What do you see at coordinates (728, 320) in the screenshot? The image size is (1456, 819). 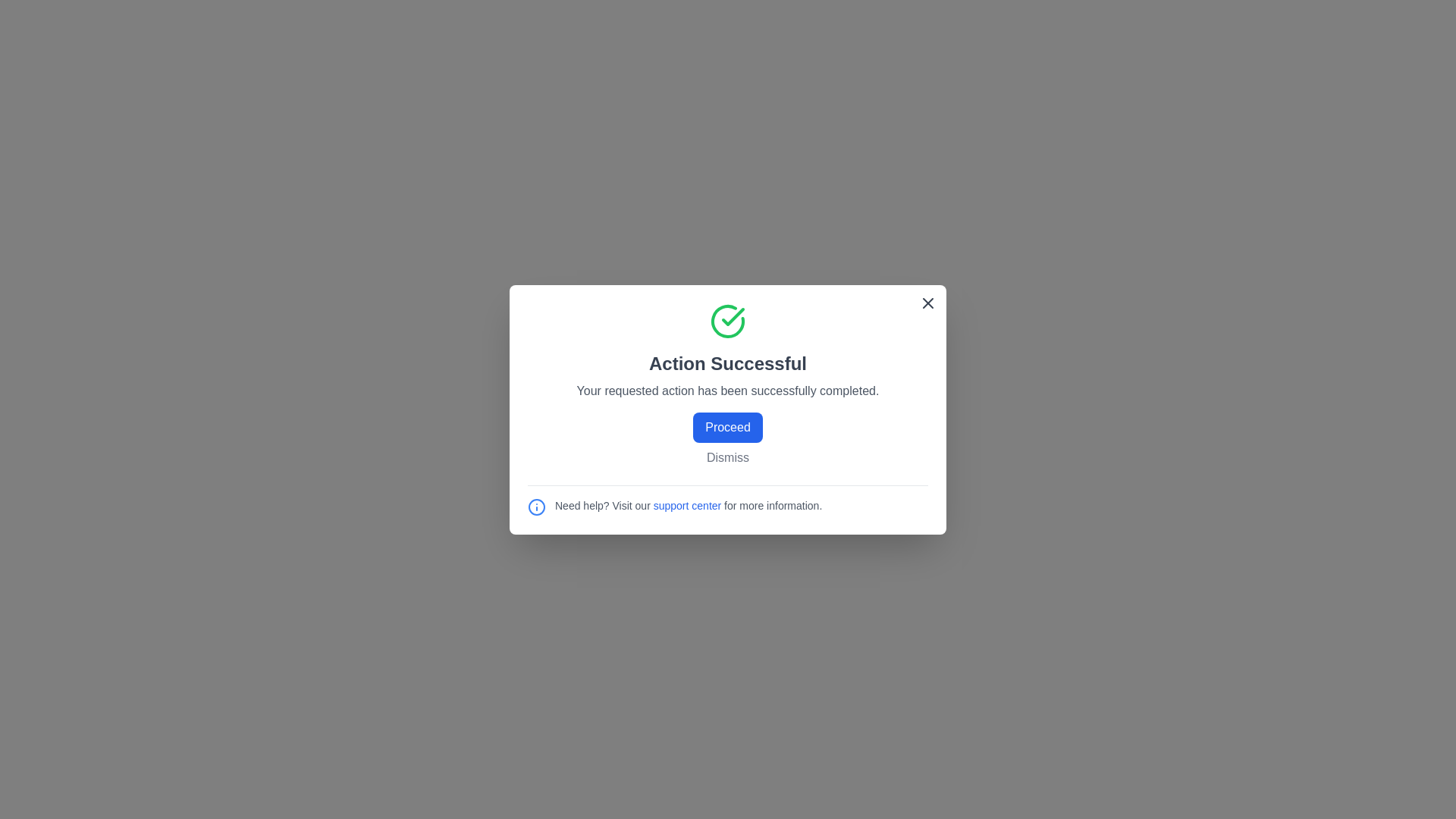 I see `the success icon, which is a checkmark encircled by a green circle, located at the top section of the dialog above the text 'Action Successful'` at bounding box center [728, 320].